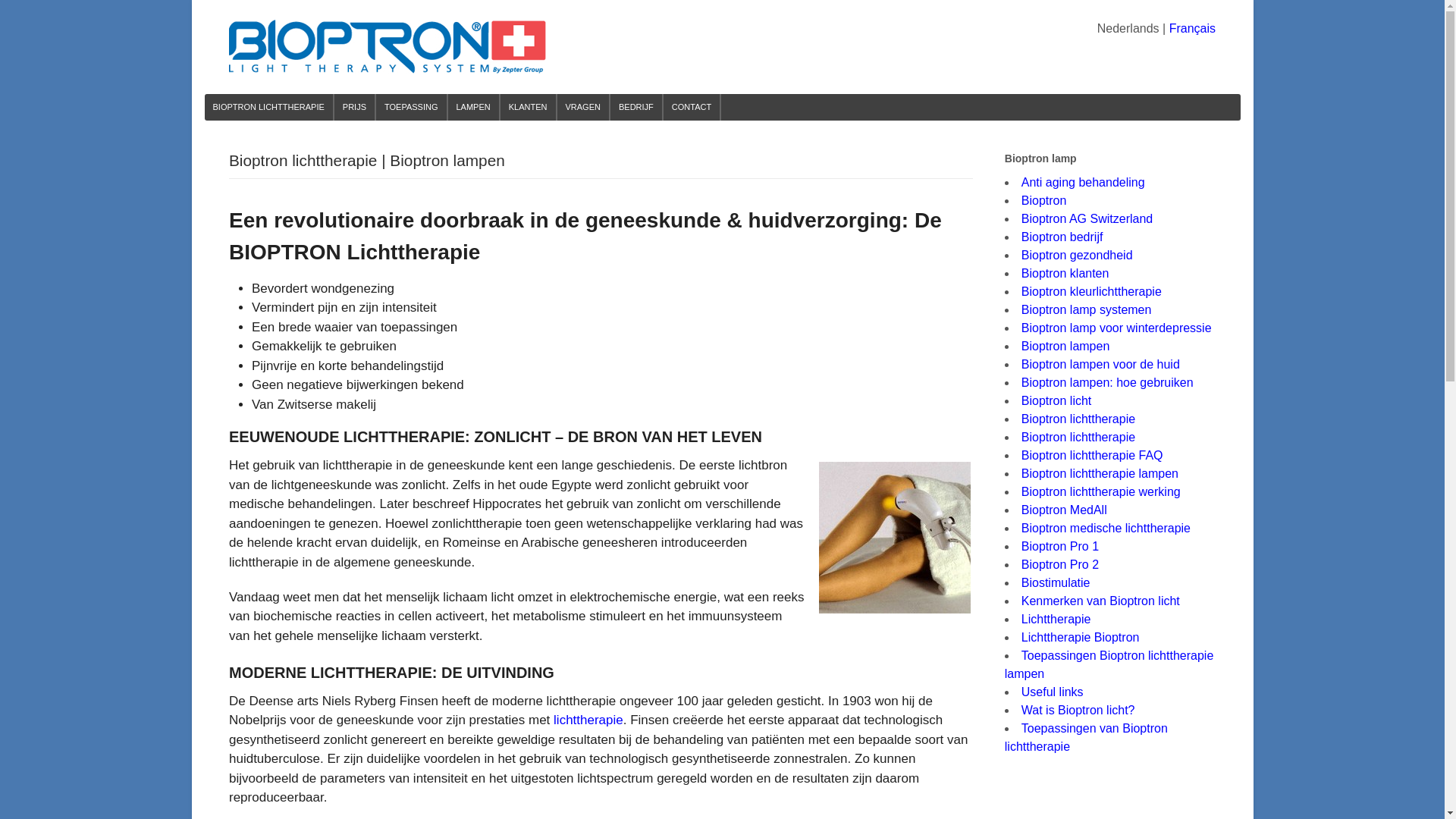 This screenshot has height=819, width=1456. What do you see at coordinates (1082, 181) in the screenshot?
I see `'Anti aging behandeling'` at bounding box center [1082, 181].